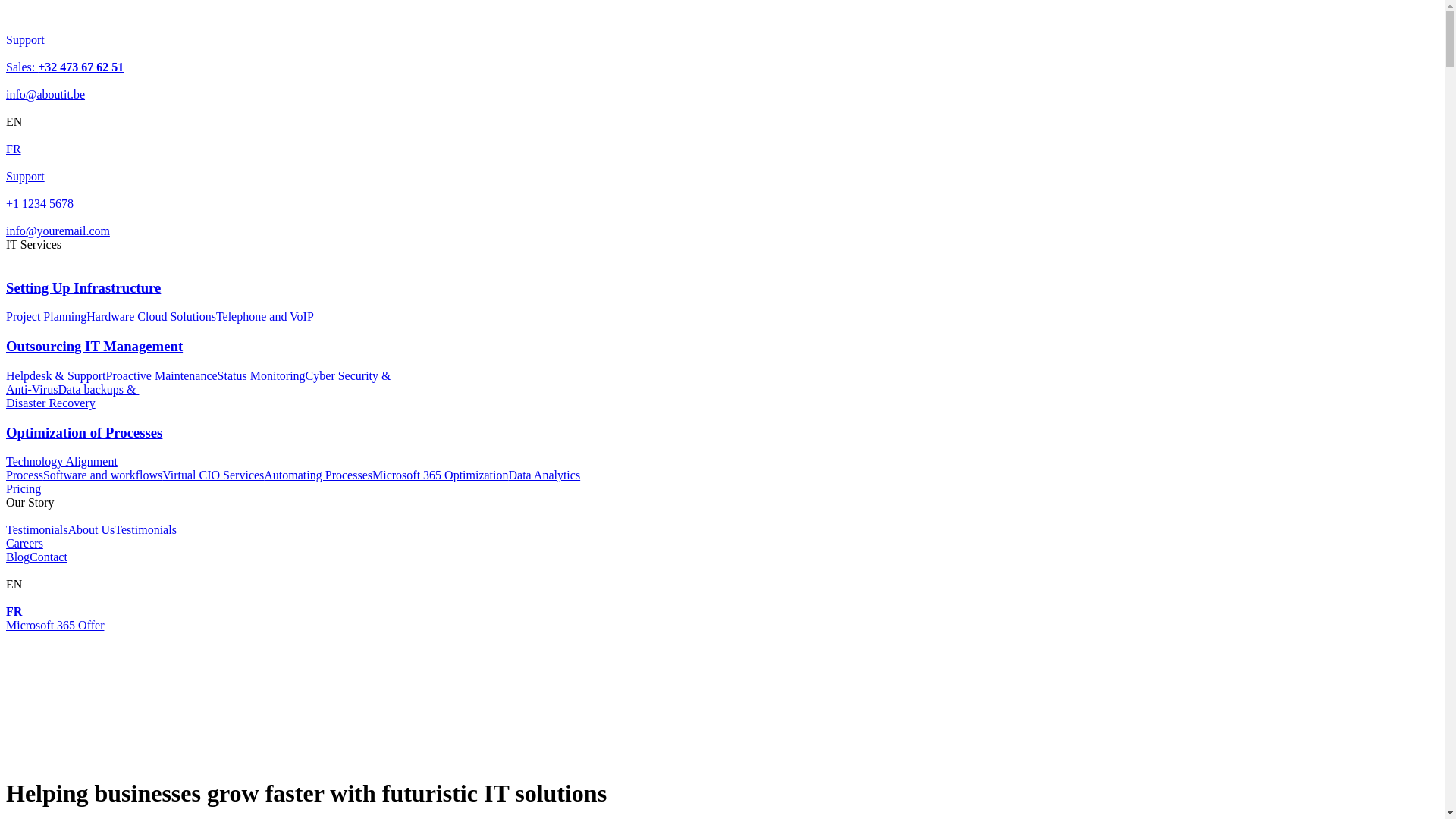  What do you see at coordinates (265, 315) in the screenshot?
I see `'Telephone and VoIP'` at bounding box center [265, 315].